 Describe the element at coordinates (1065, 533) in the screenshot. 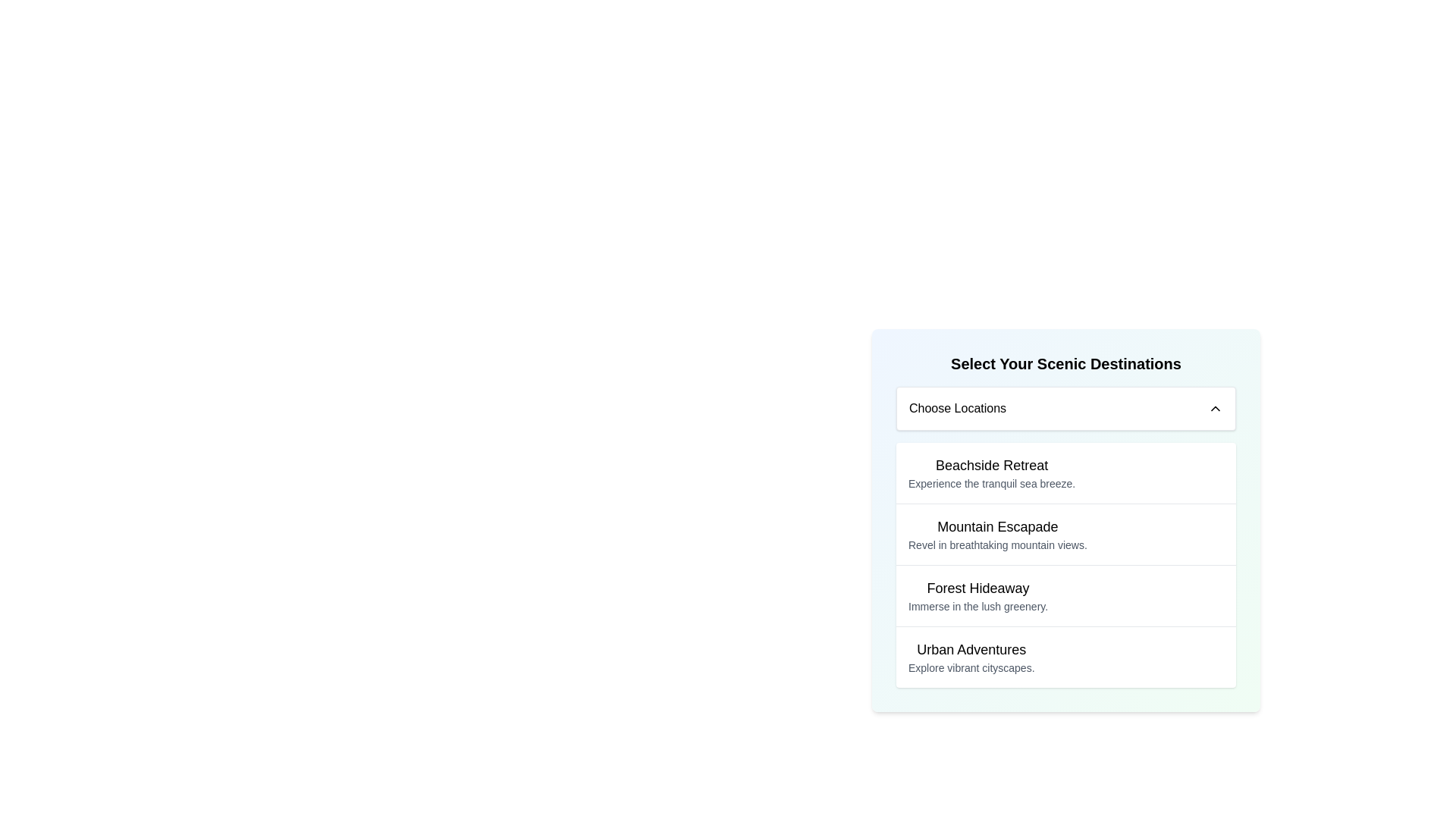

I see `the selectable list item for 'Mountain Escapade', which is the second option in the list of scenic destinations` at that location.